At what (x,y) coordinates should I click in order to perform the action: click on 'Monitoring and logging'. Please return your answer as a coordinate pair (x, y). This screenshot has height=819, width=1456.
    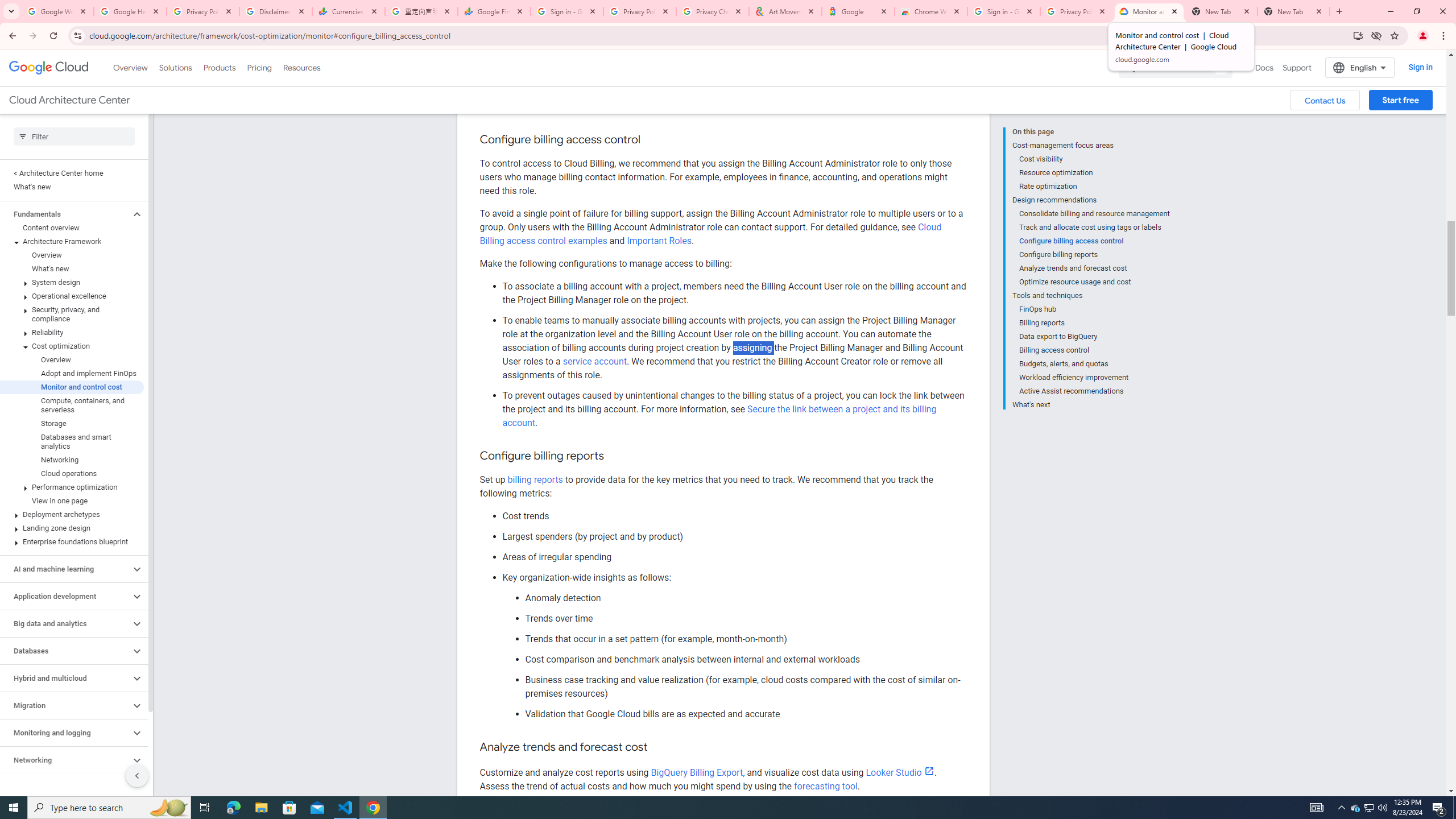
    Looking at the image, I should click on (64, 732).